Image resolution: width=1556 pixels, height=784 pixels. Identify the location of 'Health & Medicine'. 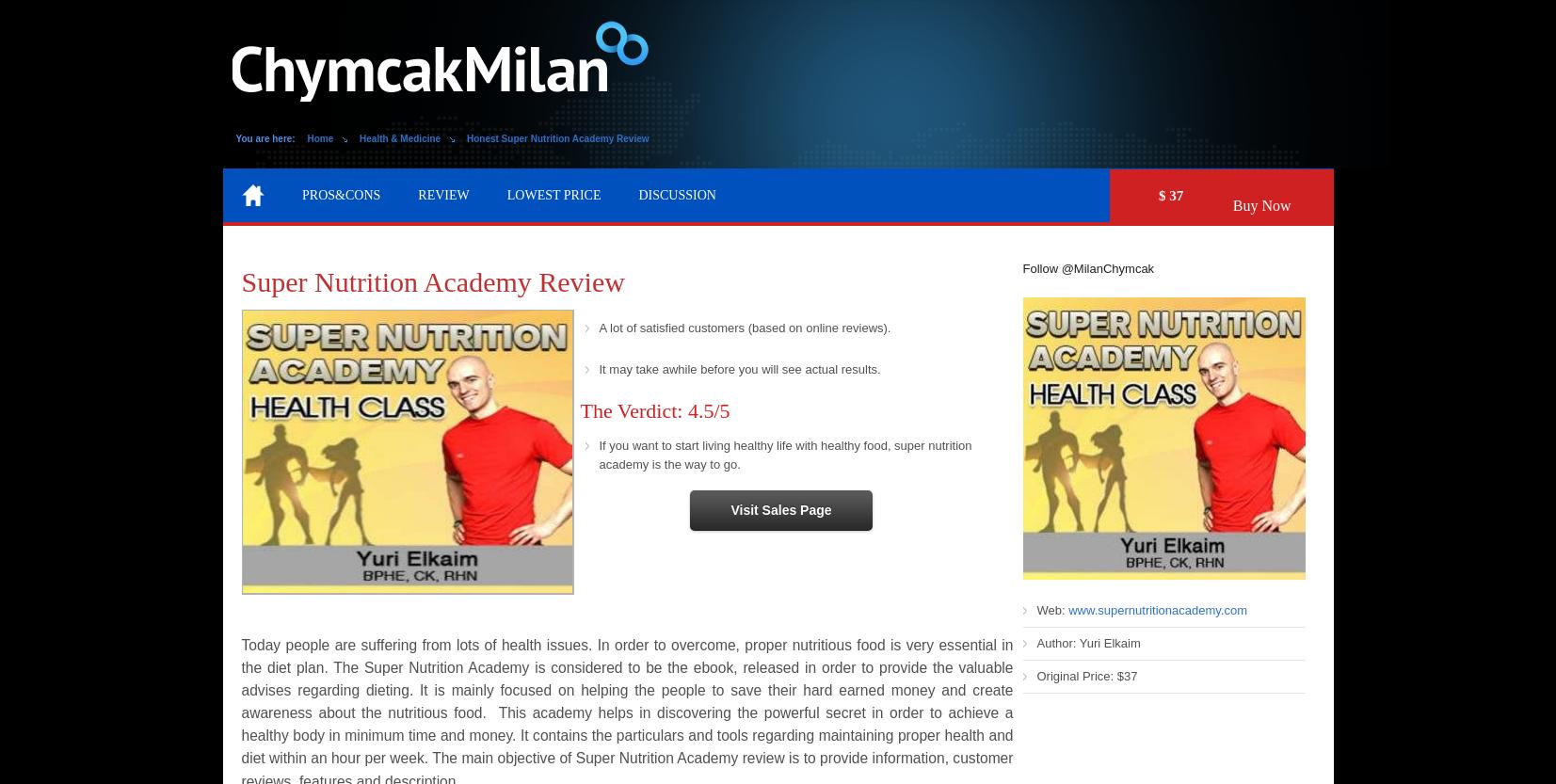
(398, 138).